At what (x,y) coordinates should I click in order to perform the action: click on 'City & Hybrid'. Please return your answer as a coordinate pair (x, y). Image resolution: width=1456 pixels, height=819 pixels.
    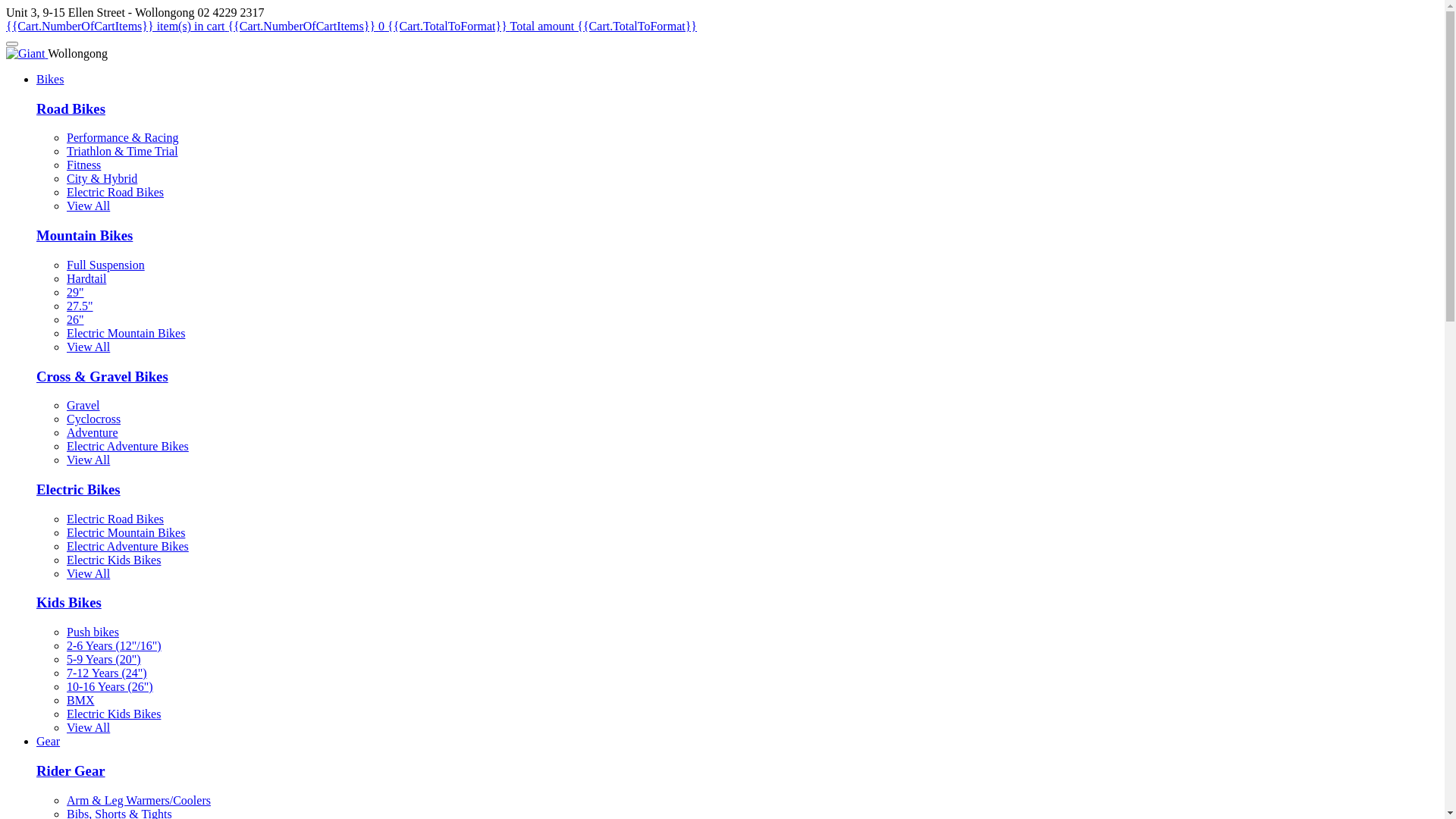
    Looking at the image, I should click on (65, 177).